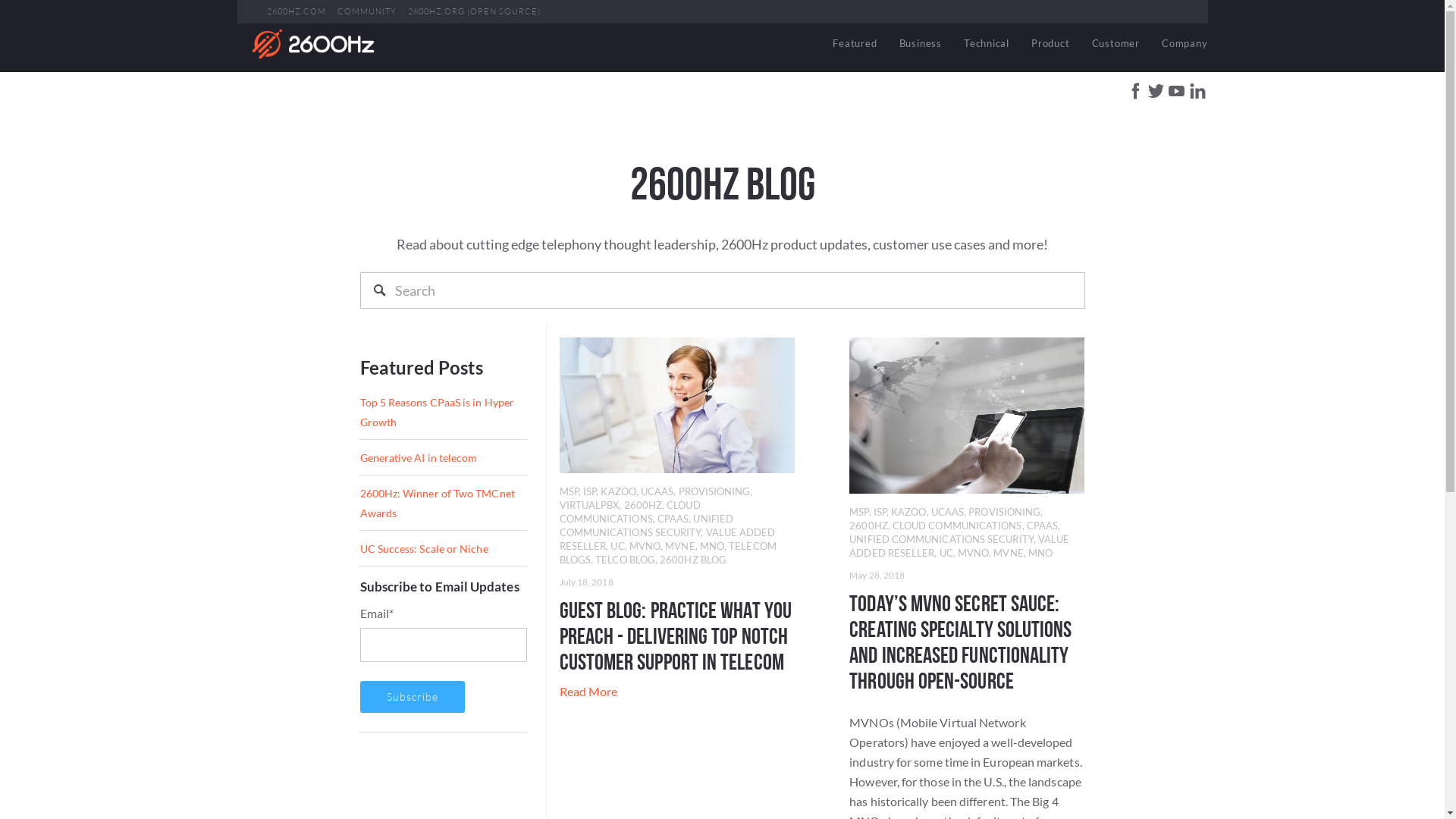  Describe the element at coordinates (821, 43) in the screenshot. I see `'Featured'` at that location.